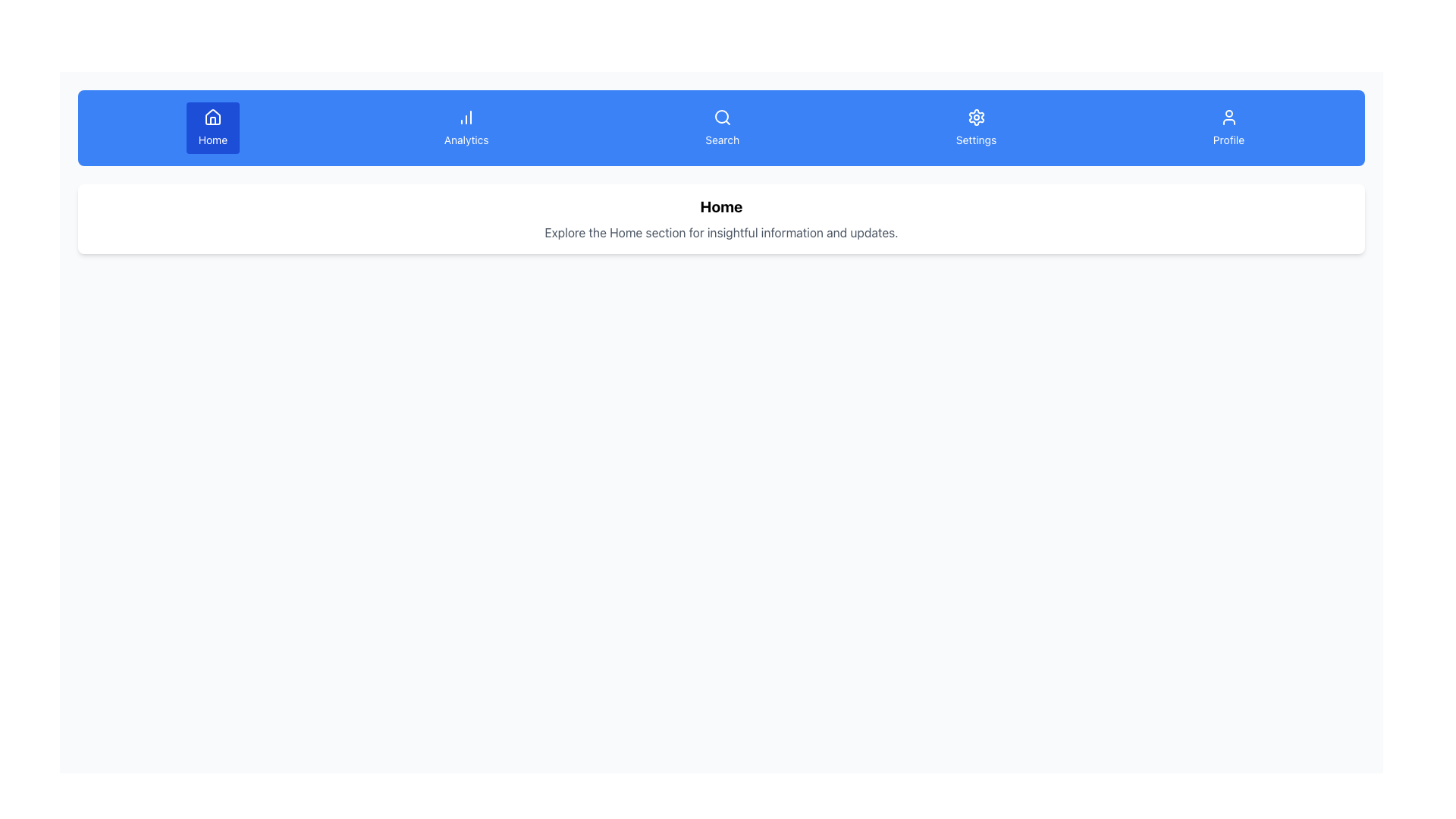 The image size is (1456, 819). I want to click on the 'Analytics' text label, which is styled in a small font and located below the bar chart icon in the navigation menu on a blue background, so click(466, 140).